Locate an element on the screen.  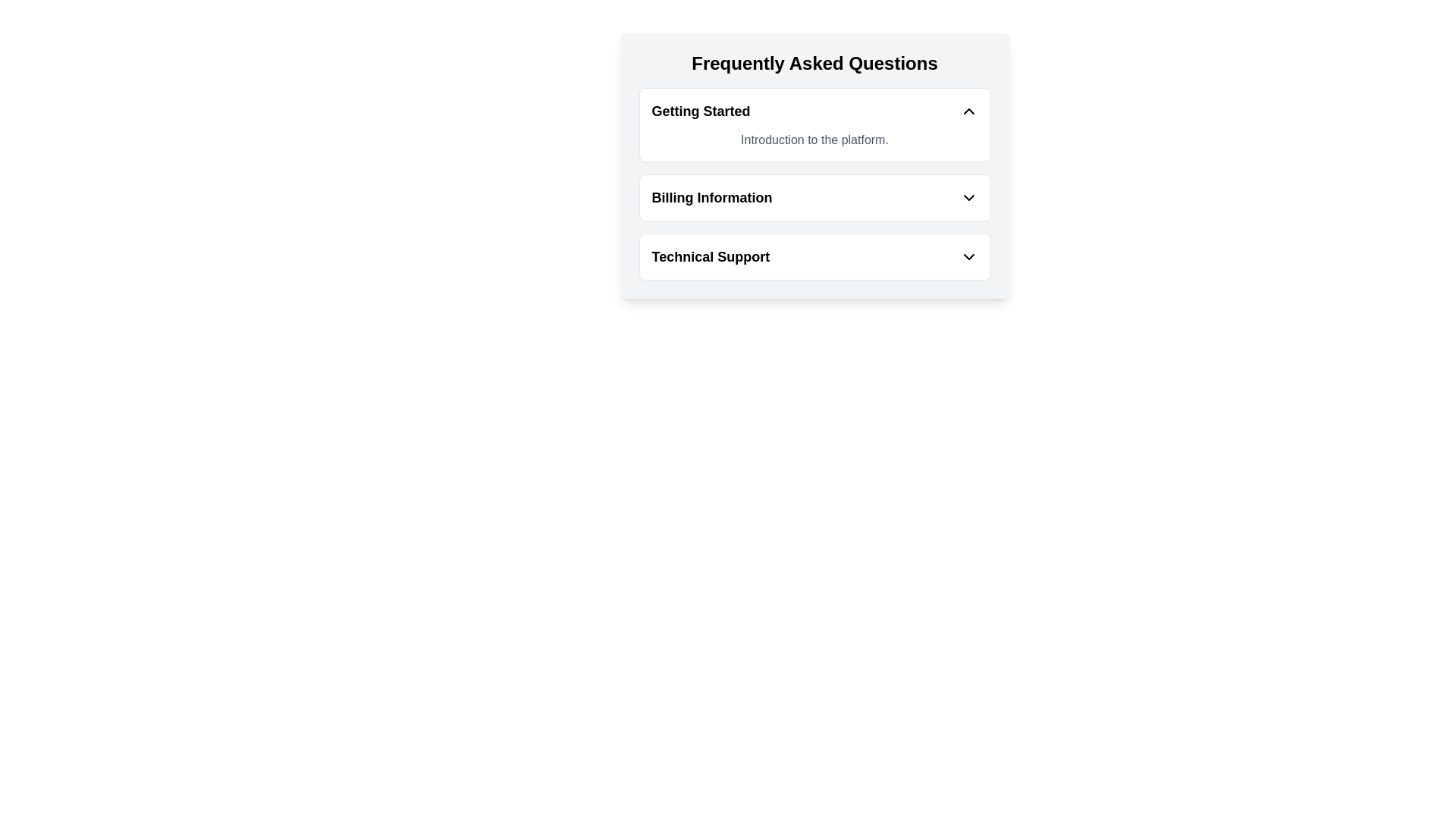
the text label representing the title of the FAQ category for reading by moving the cursor to its center point is located at coordinates (710, 256).